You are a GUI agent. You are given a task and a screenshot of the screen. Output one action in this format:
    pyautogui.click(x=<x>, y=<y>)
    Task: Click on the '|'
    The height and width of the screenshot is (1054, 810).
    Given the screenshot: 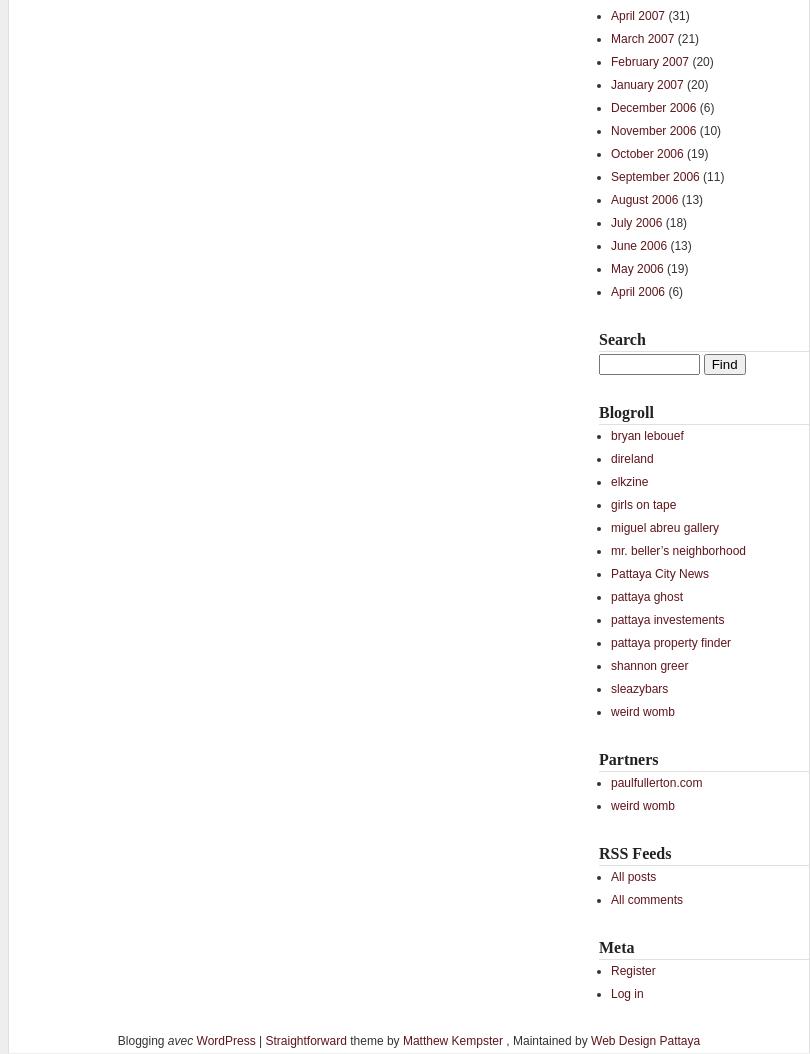 What is the action you would take?
    pyautogui.click(x=258, y=1040)
    